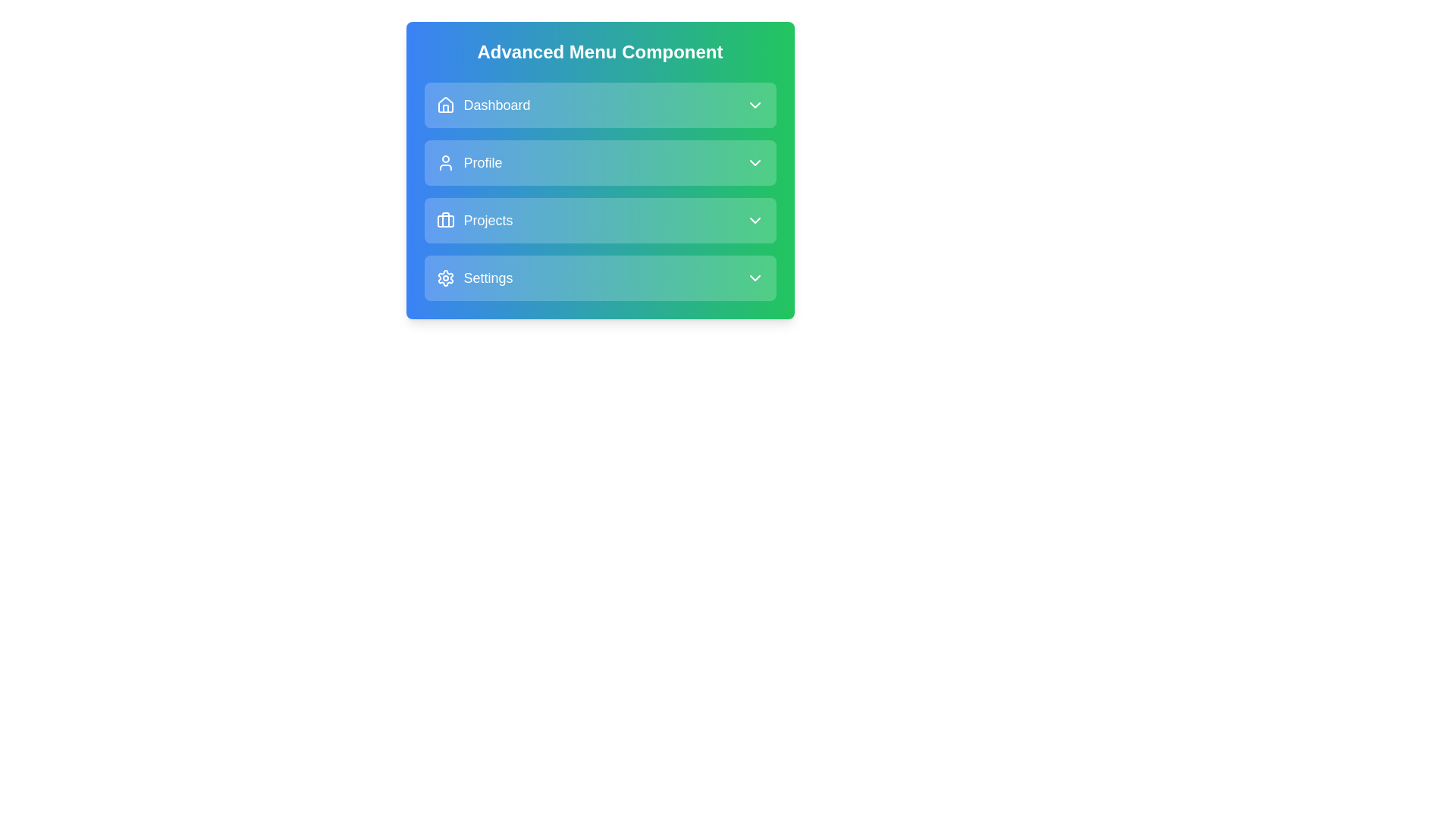  What do you see at coordinates (444, 104) in the screenshot?
I see `the 'Dashboard' icon located to the left of the 'Dashboard' text in the menu` at bounding box center [444, 104].